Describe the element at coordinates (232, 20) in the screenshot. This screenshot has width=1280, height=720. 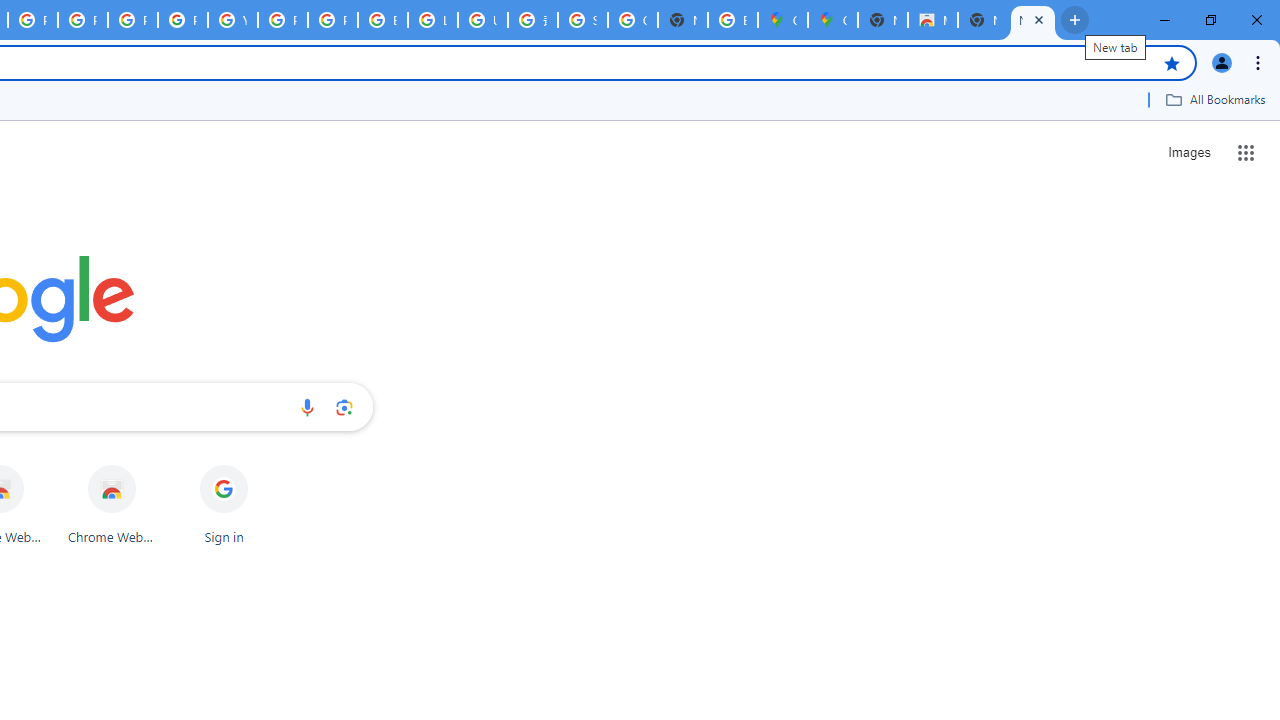
I see `'YouTube'` at that location.